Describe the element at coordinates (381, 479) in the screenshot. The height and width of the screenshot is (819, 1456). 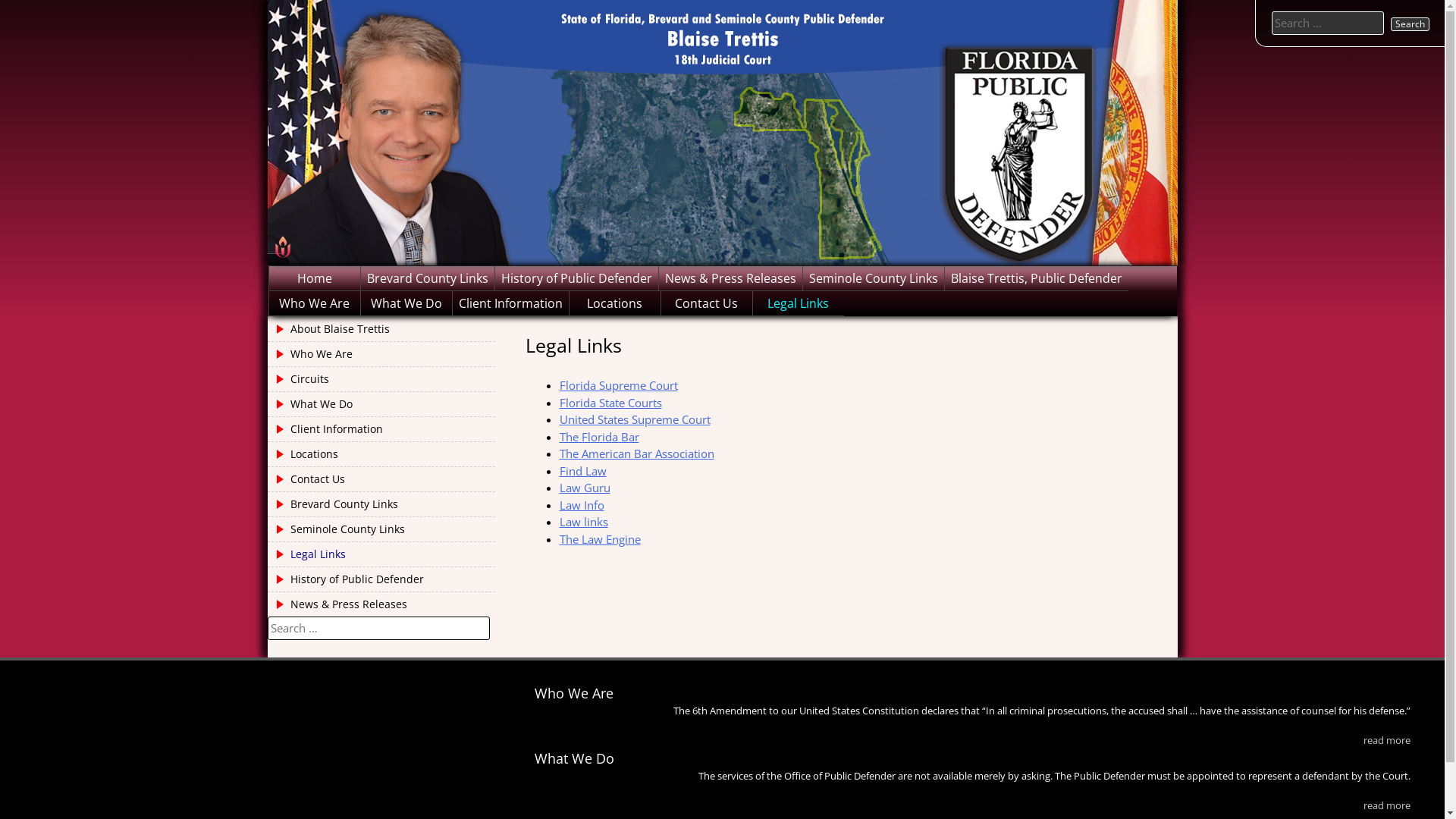
I see `'Contact Us'` at that location.